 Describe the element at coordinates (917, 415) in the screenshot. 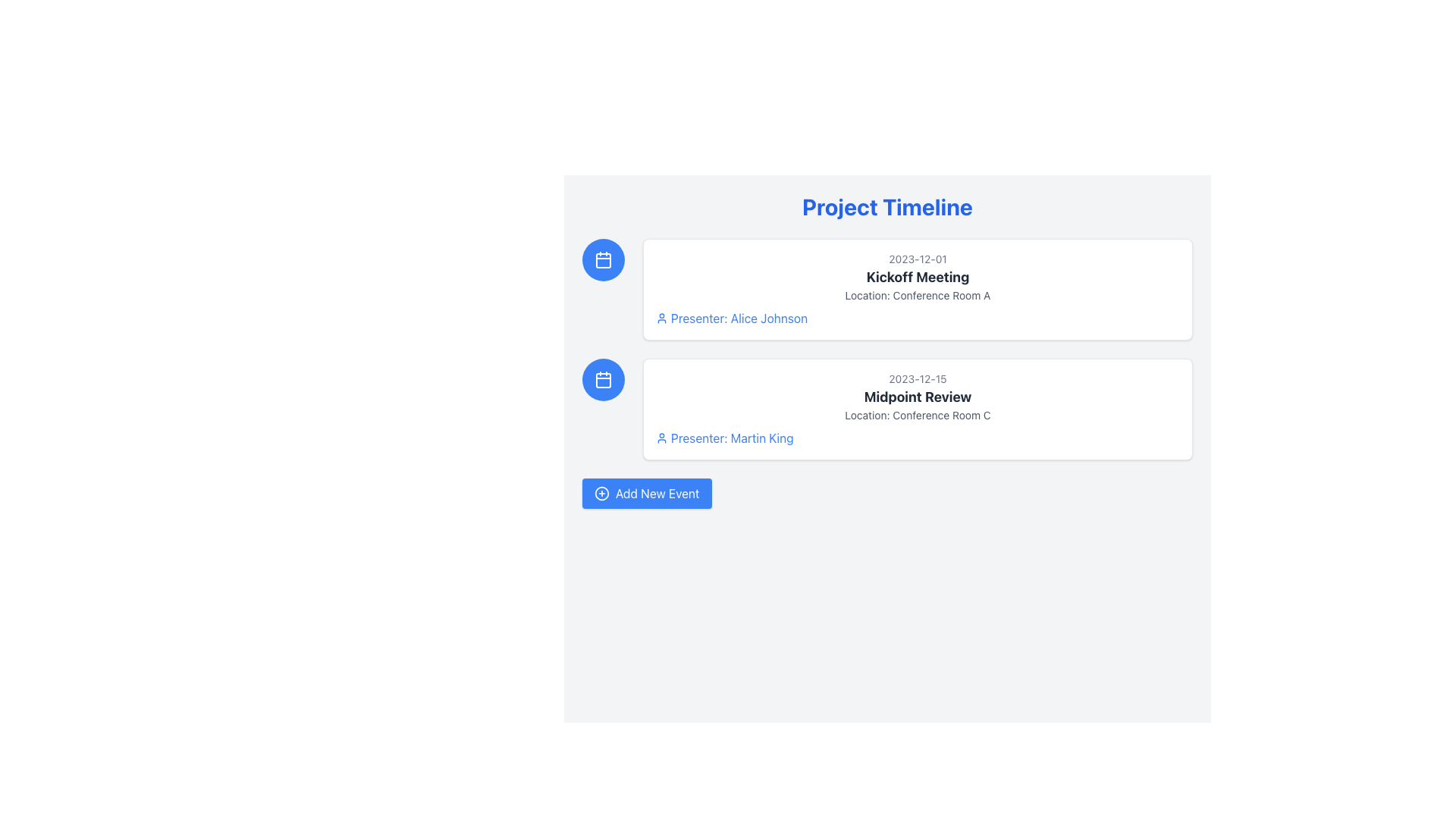

I see `the text label that provides location information for the '2023-12-15 Midpoint Review' event, positioned between 'Midpoint Review' and 'Presenter: Martin King'` at that location.